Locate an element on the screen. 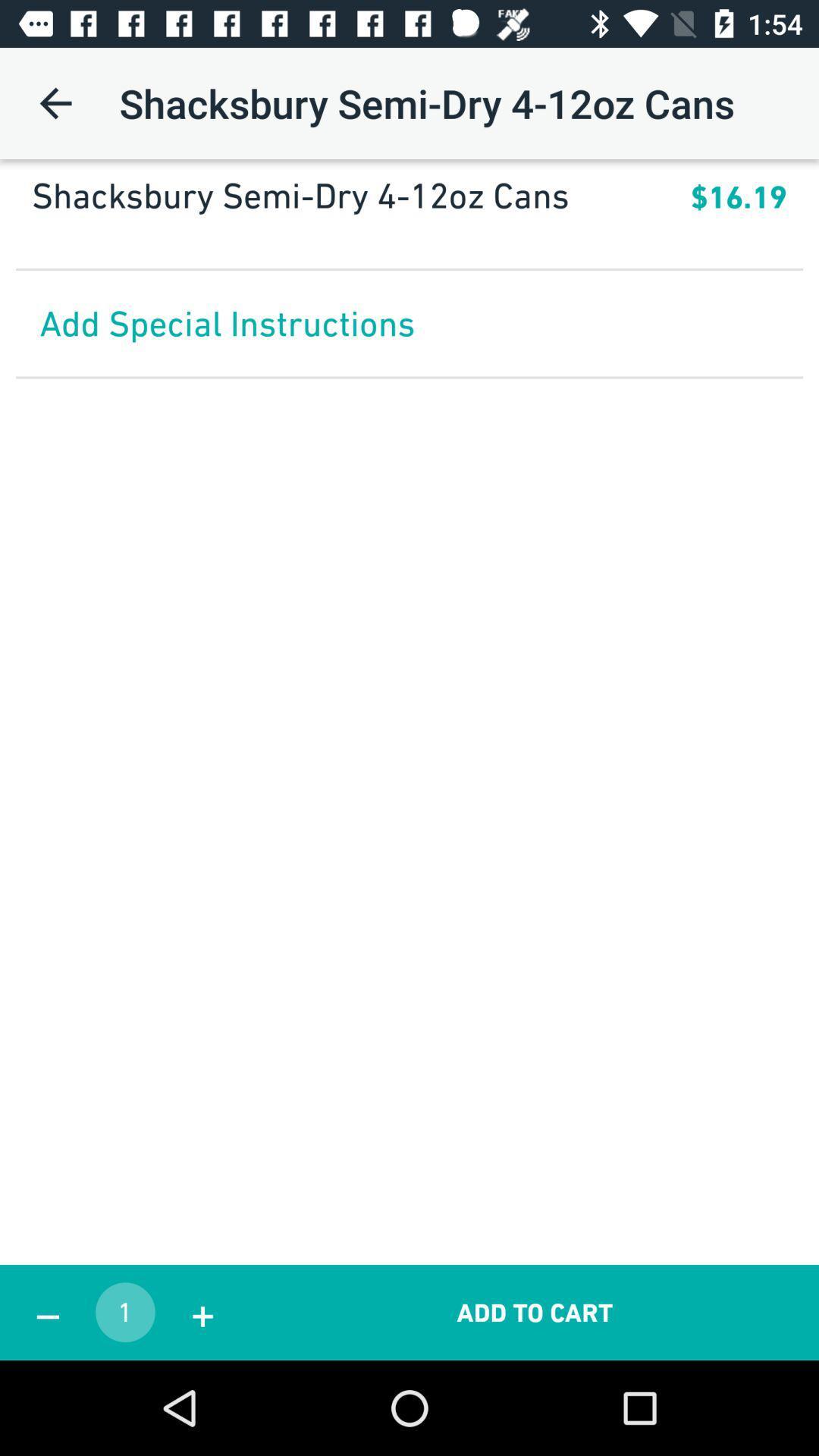  icon below the shacksbury semi dry app is located at coordinates (738, 196).